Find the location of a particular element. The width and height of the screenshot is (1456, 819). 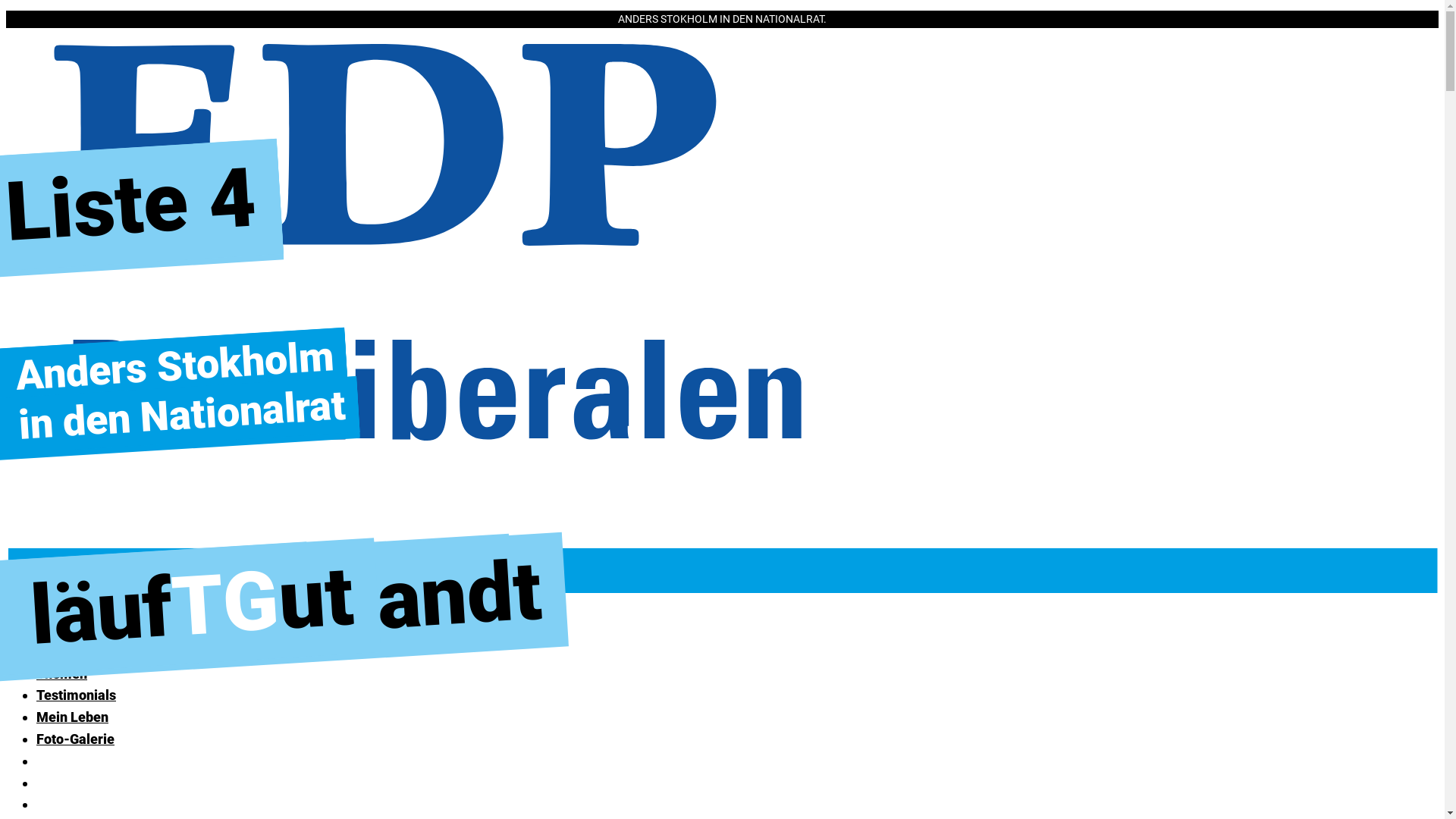

'Mein Leben' is located at coordinates (71, 717).